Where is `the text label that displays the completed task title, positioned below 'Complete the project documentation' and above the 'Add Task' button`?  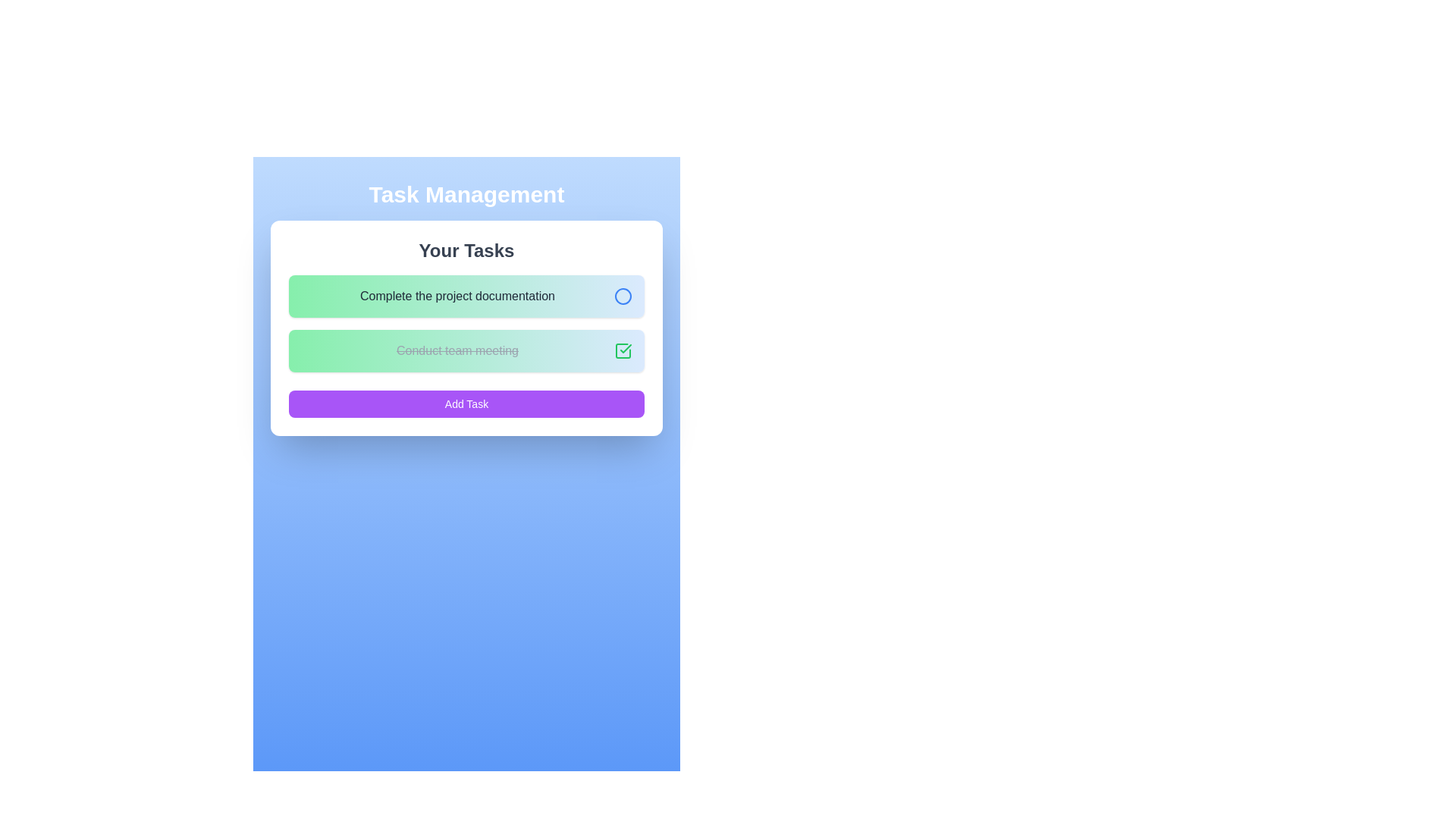 the text label that displays the completed task title, positioned below 'Complete the project documentation' and above the 'Add Task' button is located at coordinates (457, 350).